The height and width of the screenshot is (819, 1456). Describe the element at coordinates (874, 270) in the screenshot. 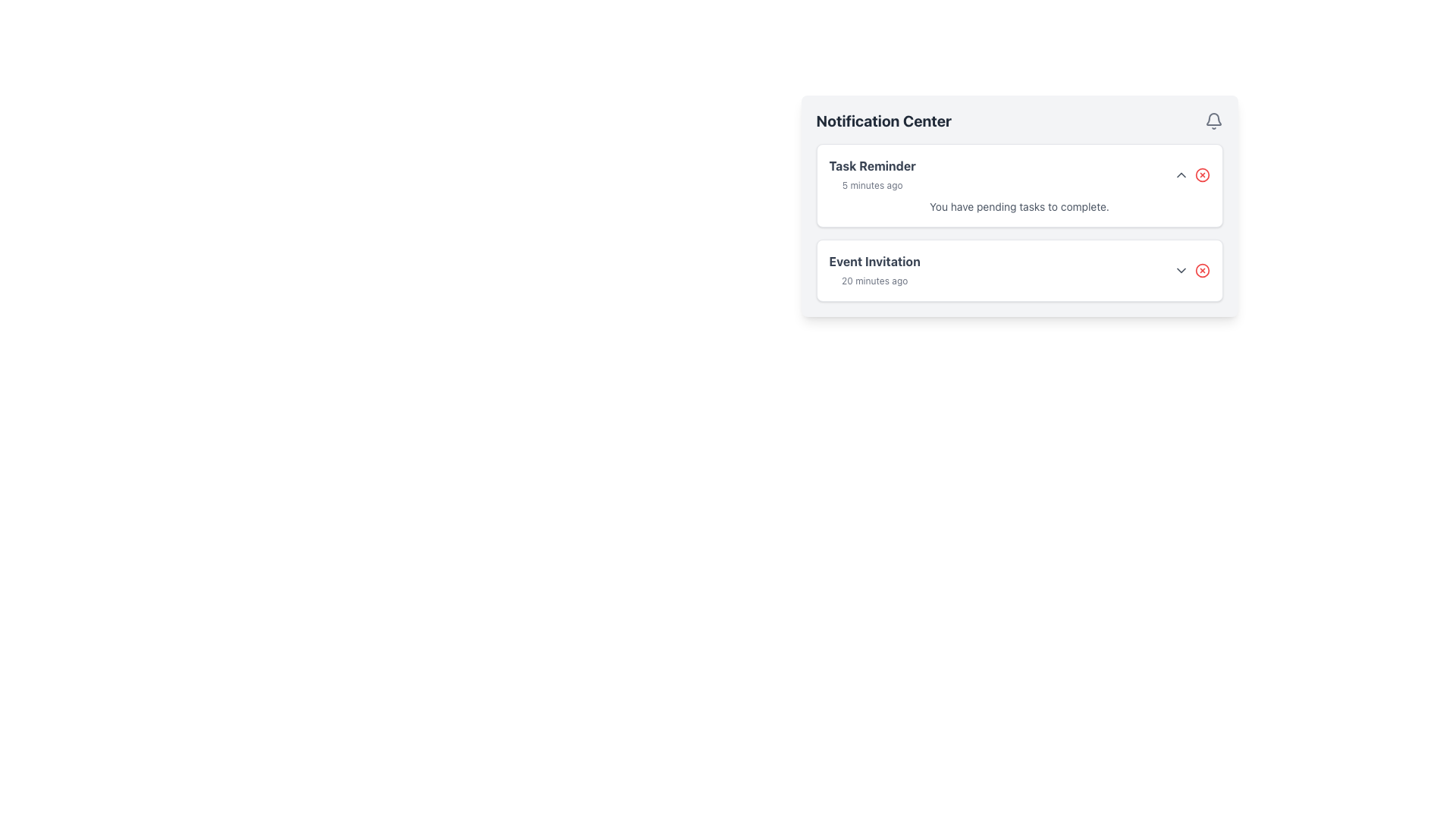

I see `details of the 'Event Invitation' notification text label, which displays 'Event Invitation' in bold dark gray and '20 minutes ago' in light gray` at that location.